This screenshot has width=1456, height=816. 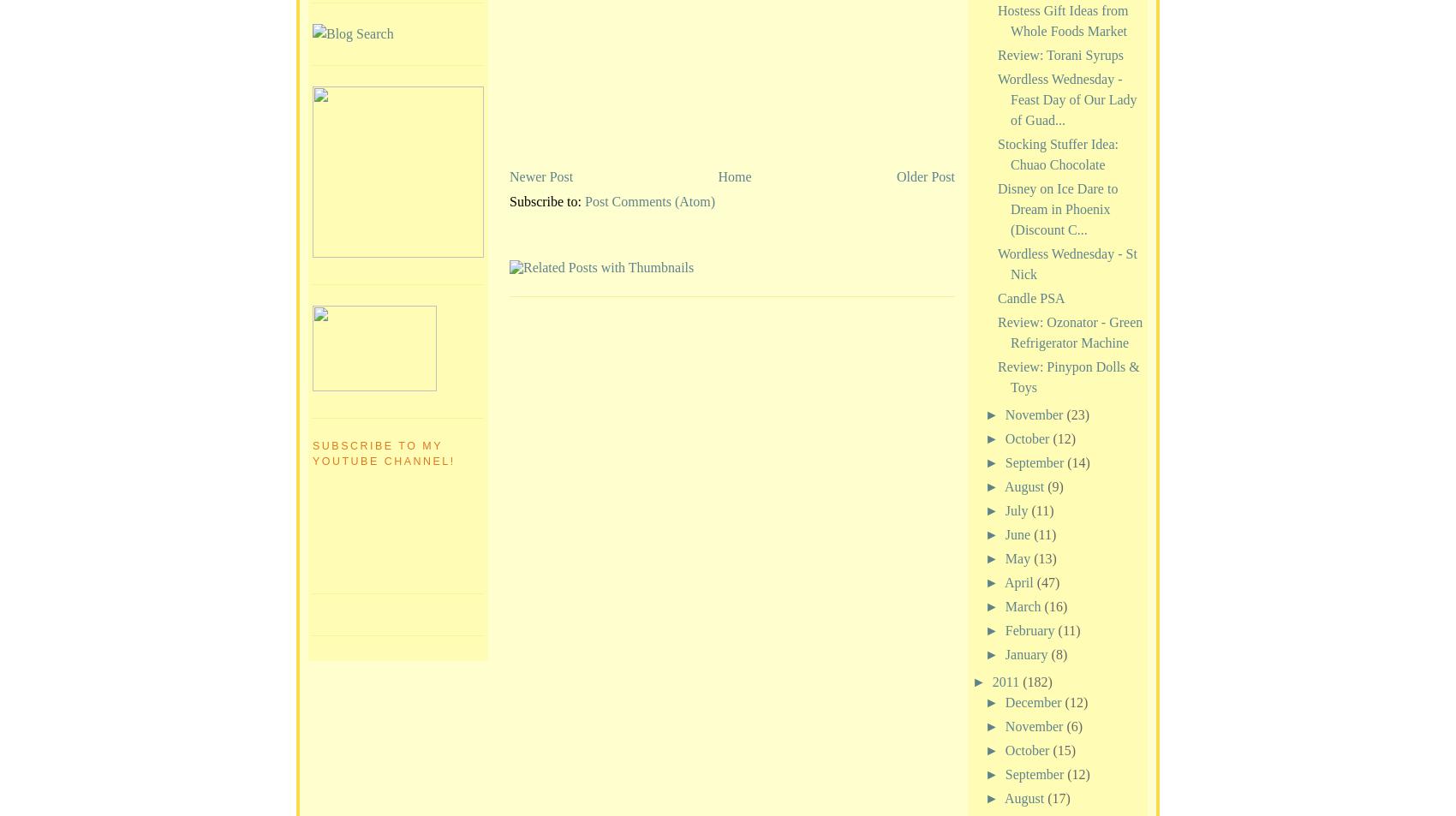 I want to click on 'January', so click(x=1027, y=653).